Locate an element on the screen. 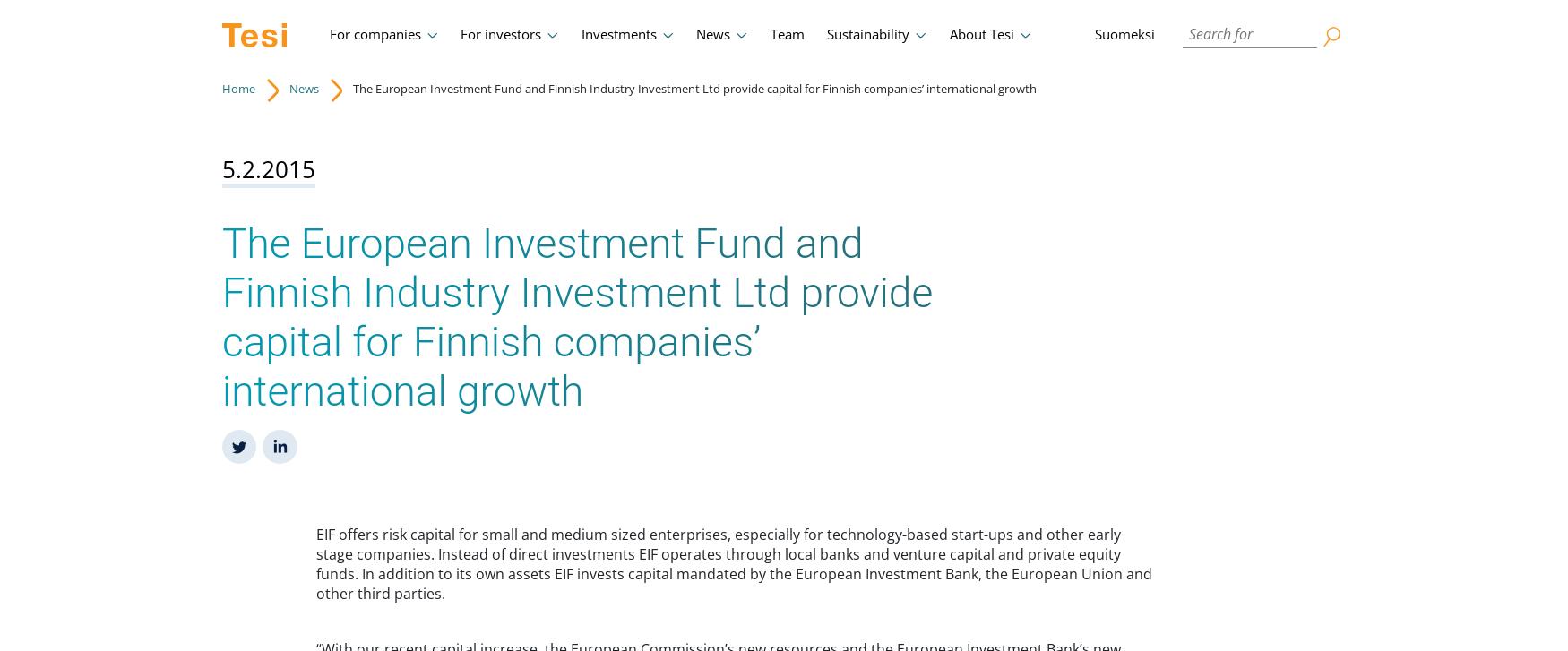 The height and width of the screenshot is (651, 1568). 'Investments' is located at coordinates (618, 34).